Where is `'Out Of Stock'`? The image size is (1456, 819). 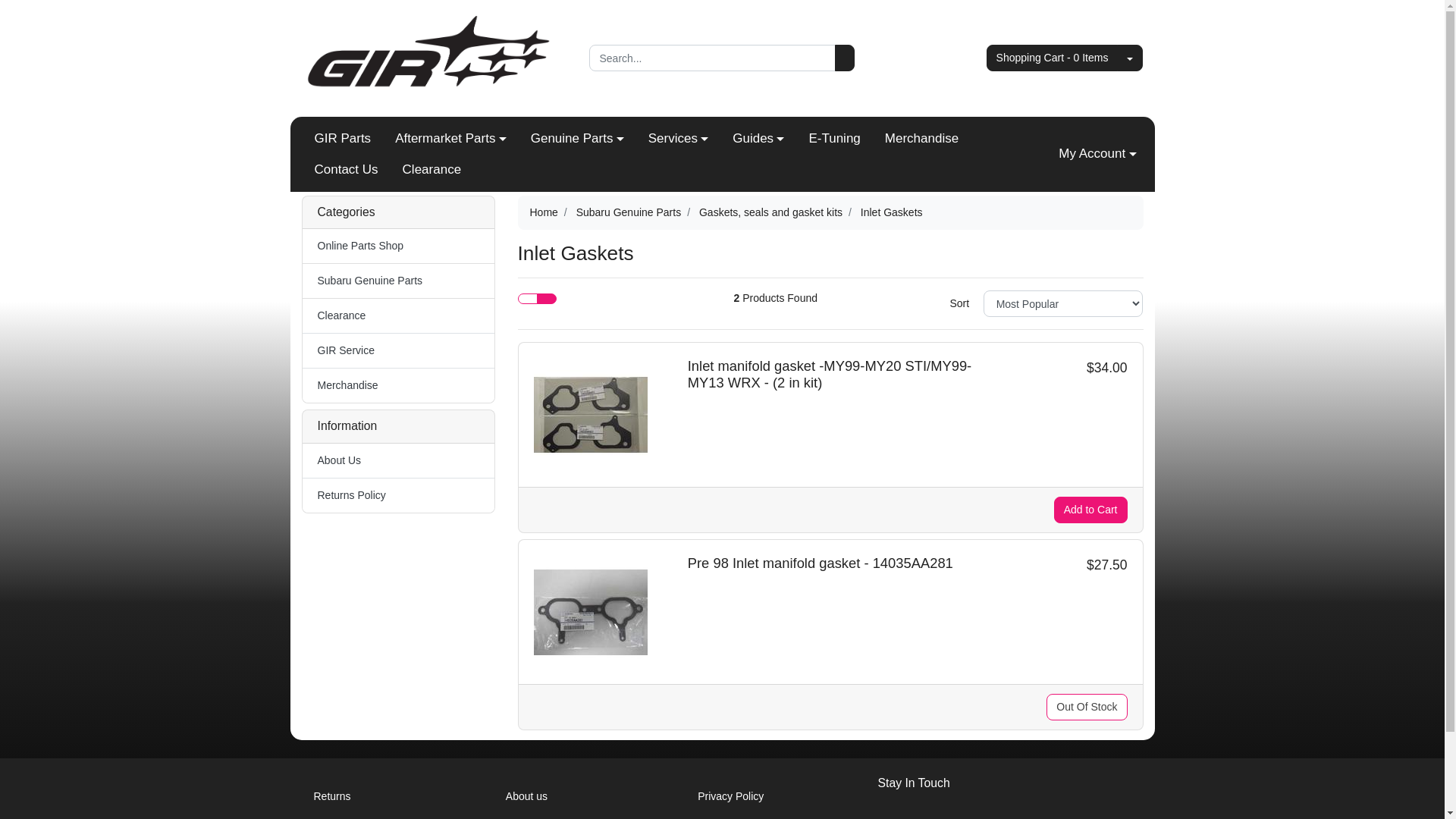 'Out Of Stock' is located at coordinates (1086, 707).